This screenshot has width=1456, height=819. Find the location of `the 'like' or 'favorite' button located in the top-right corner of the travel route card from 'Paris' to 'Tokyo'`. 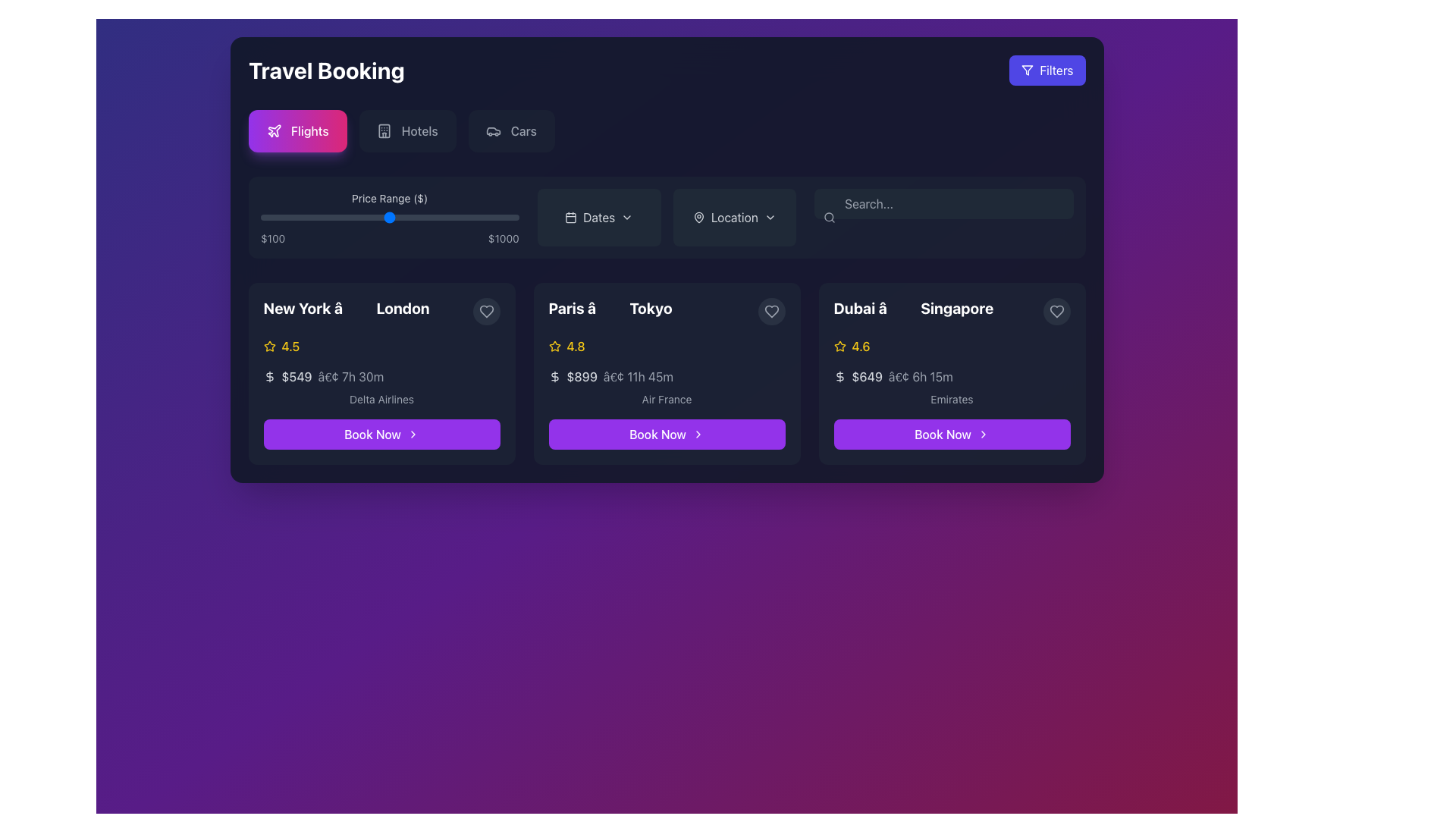

the 'like' or 'favorite' button located in the top-right corner of the travel route card from 'Paris' to 'Tokyo' is located at coordinates (771, 311).